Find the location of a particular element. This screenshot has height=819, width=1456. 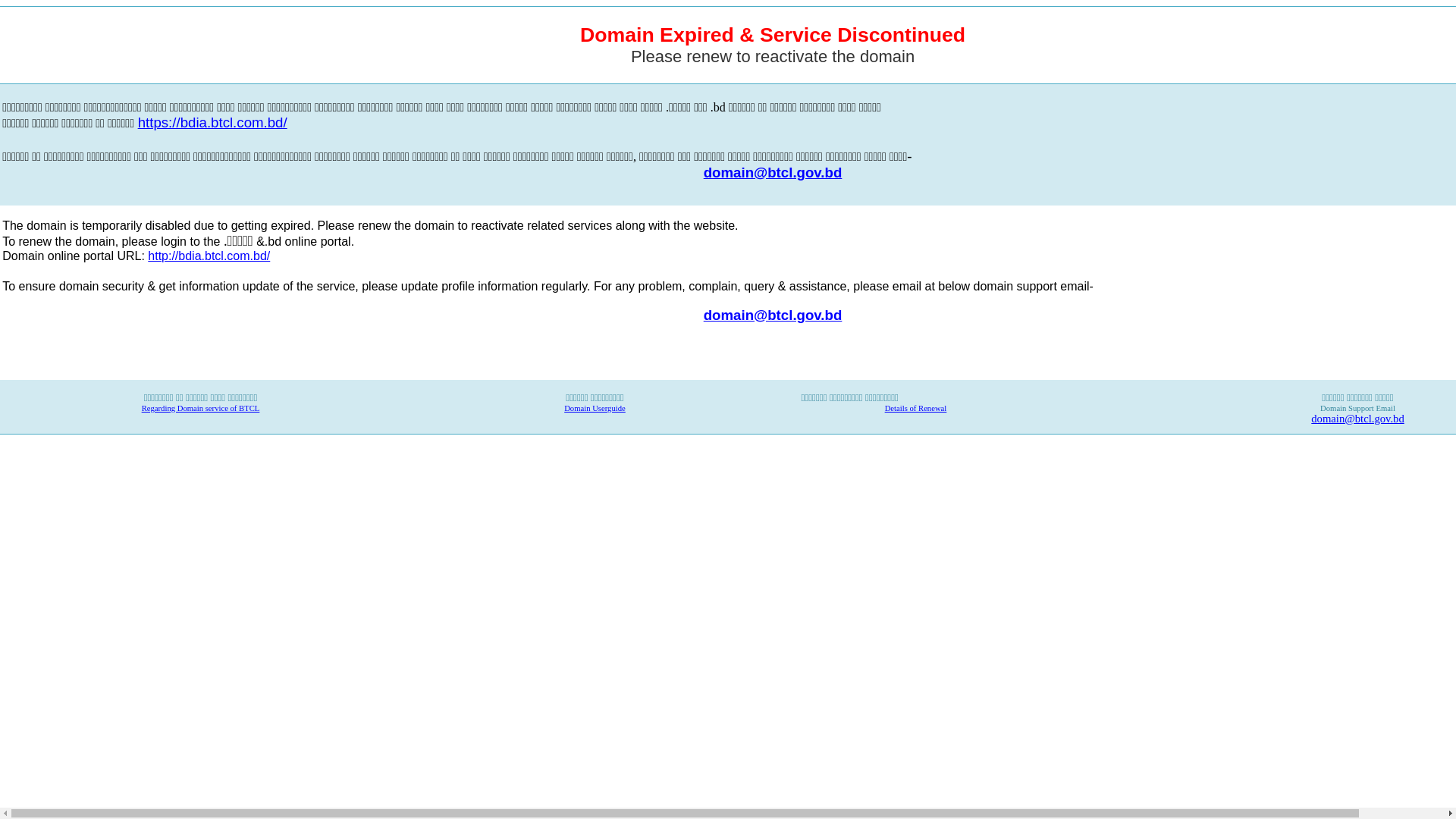

'https://bdia.btcl.com.bd/' is located at coordinates (212, 122).